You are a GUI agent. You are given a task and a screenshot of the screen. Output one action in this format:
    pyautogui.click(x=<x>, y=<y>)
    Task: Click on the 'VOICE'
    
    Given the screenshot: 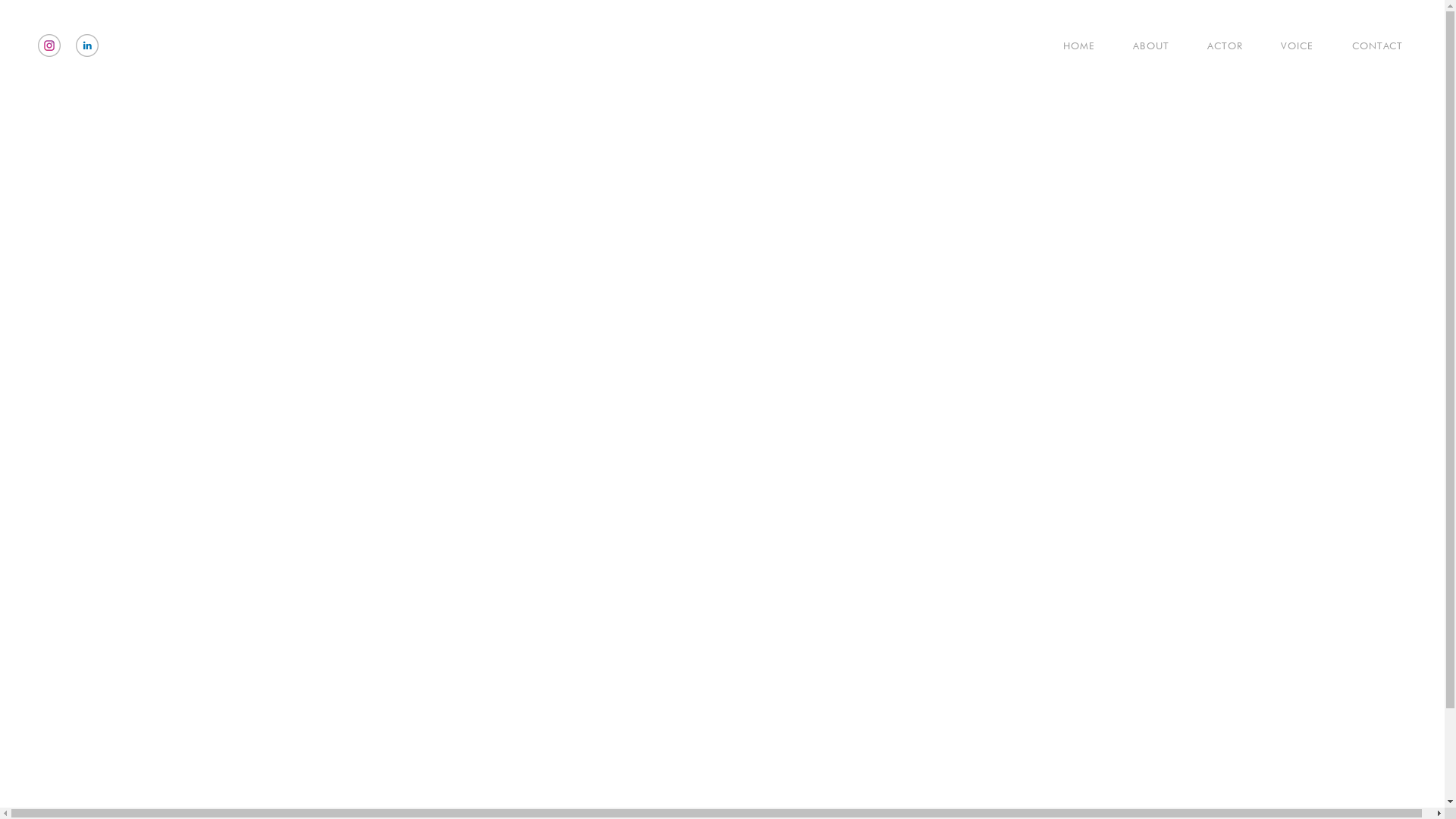 What is the action you would take?
    pyautogui.click(x=1281, y=45)
    